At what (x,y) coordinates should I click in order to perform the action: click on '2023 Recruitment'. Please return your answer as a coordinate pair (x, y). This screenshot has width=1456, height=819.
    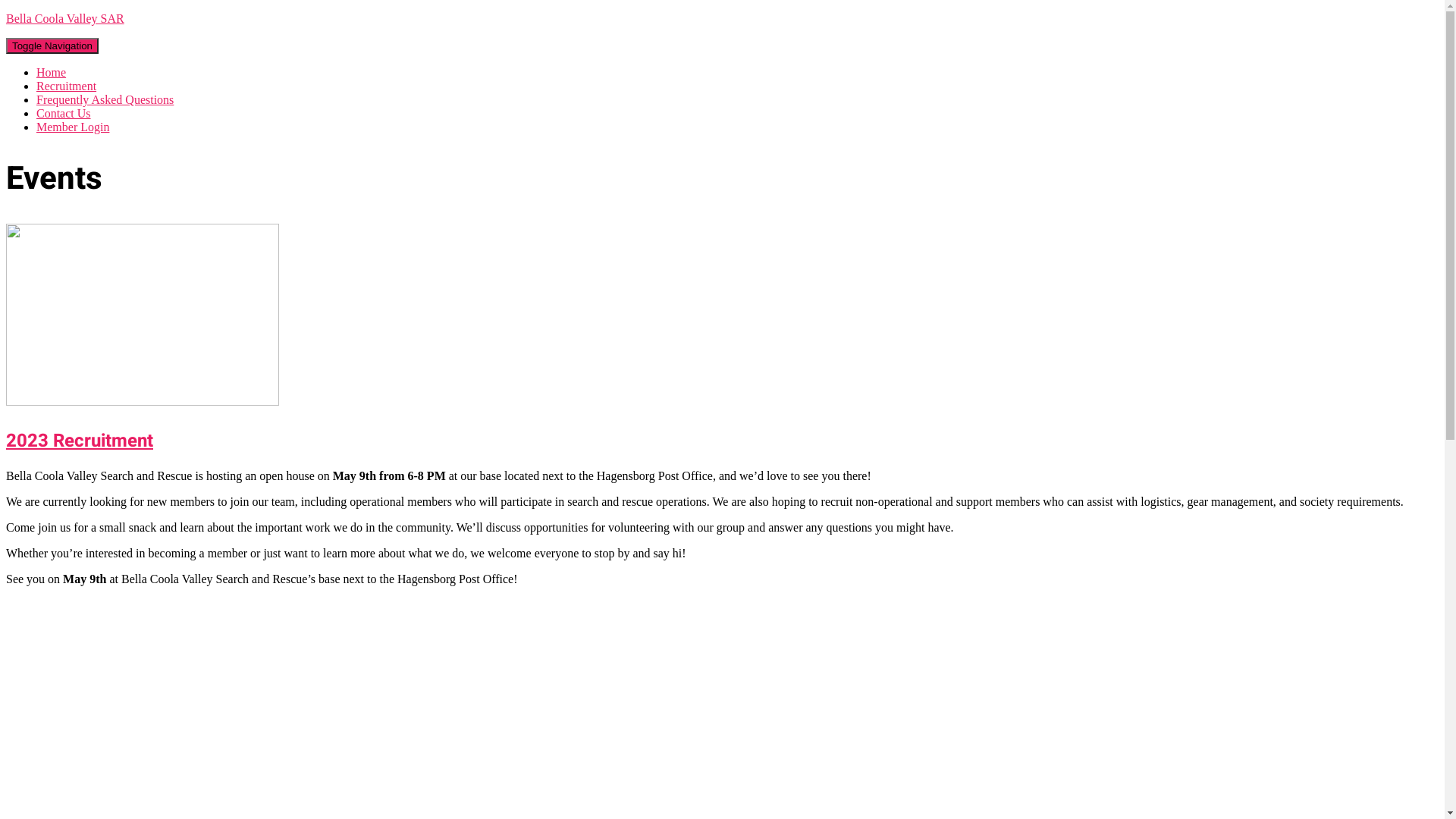
    Looking at the image, I should click on (142, 400).